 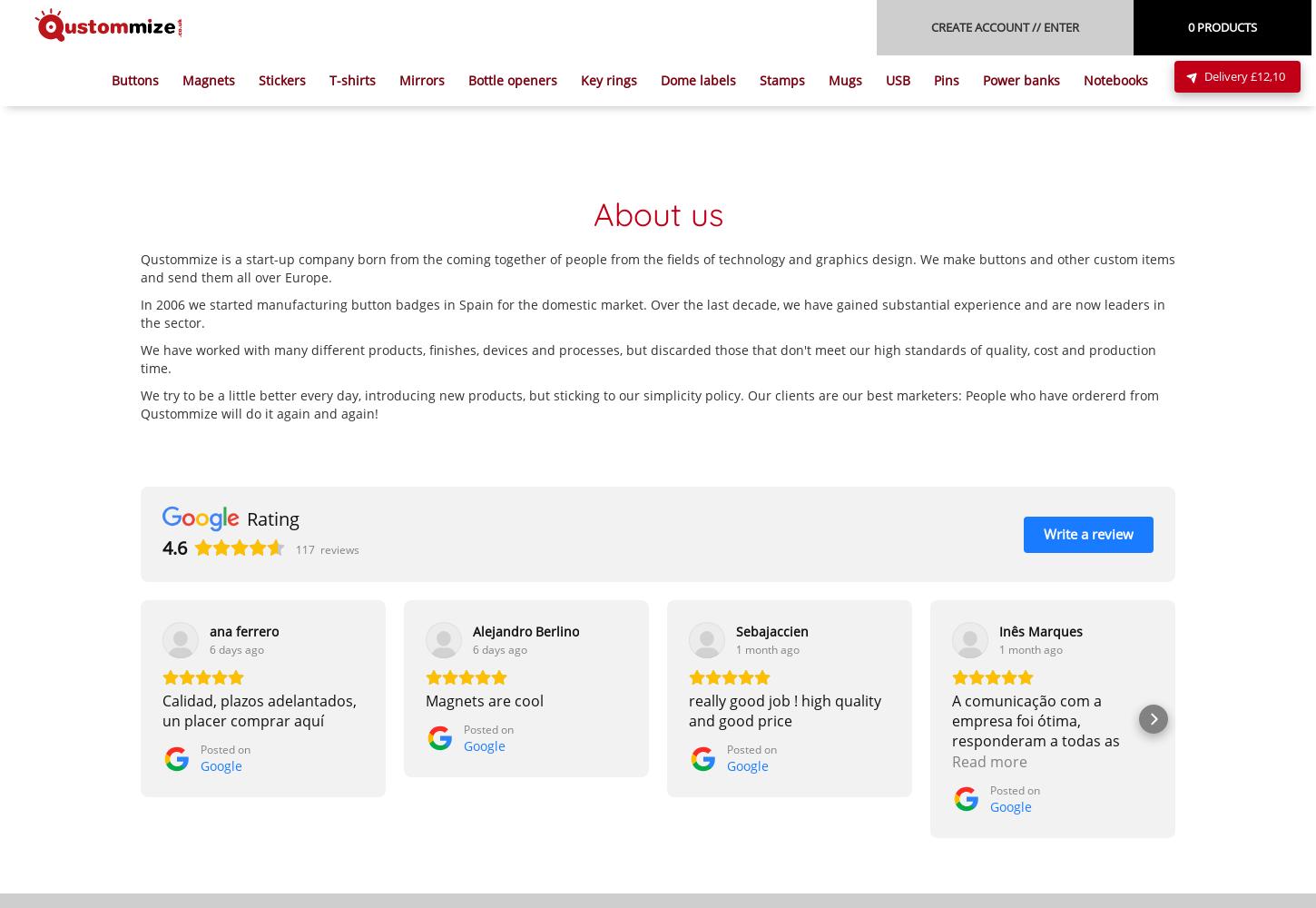 What do you see at coordinates (784, 710) in the screenshot?
I see `'really good job ! high quality and good price'` at bounding box center [784, 710].